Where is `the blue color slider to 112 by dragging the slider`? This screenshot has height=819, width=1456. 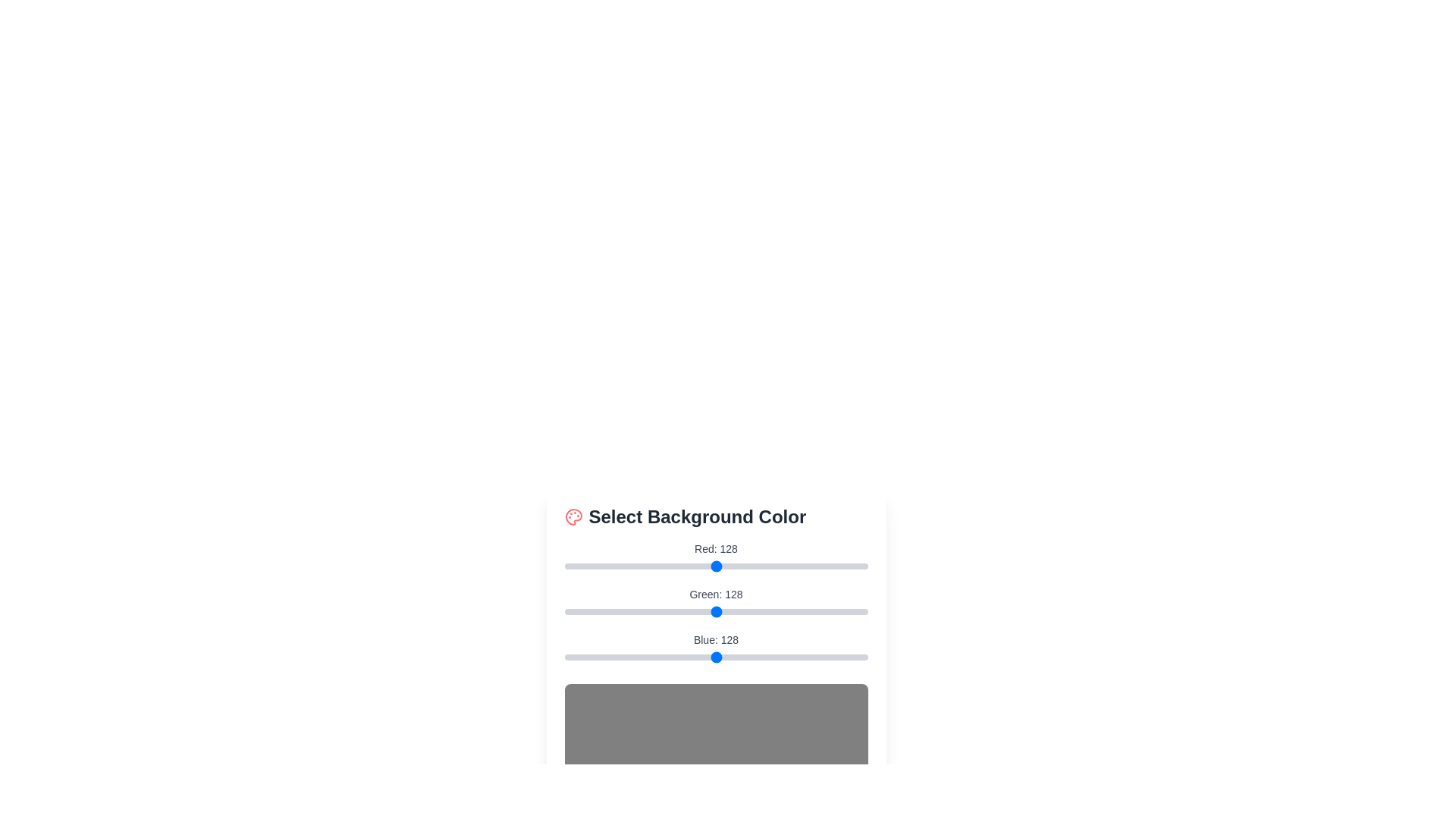
the blue color slider to 112 by dragging the slider is located at coordinates (697, 657).